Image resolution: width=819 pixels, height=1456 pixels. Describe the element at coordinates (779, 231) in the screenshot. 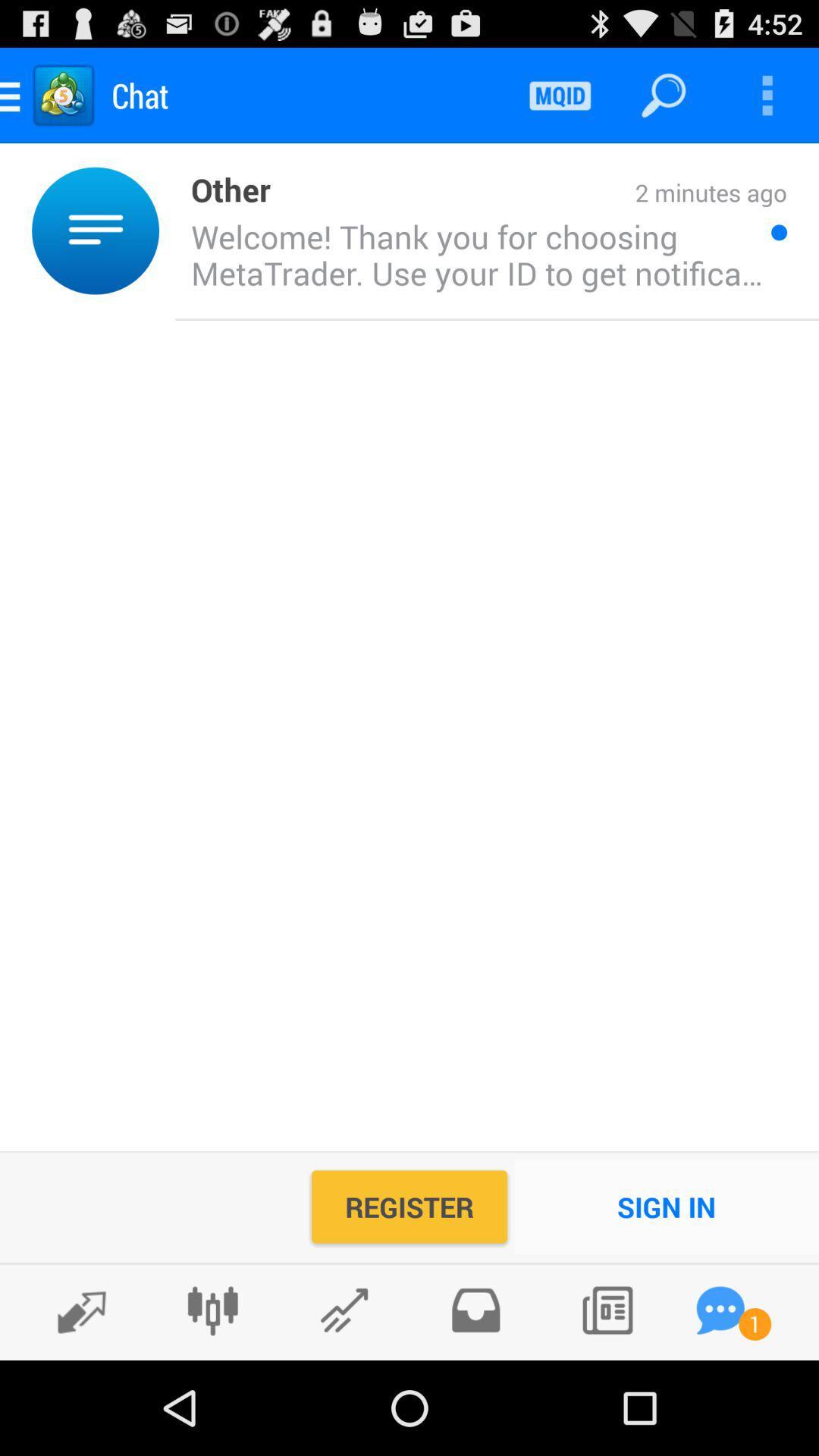

I see `icon next to welcome thank you` at that location.